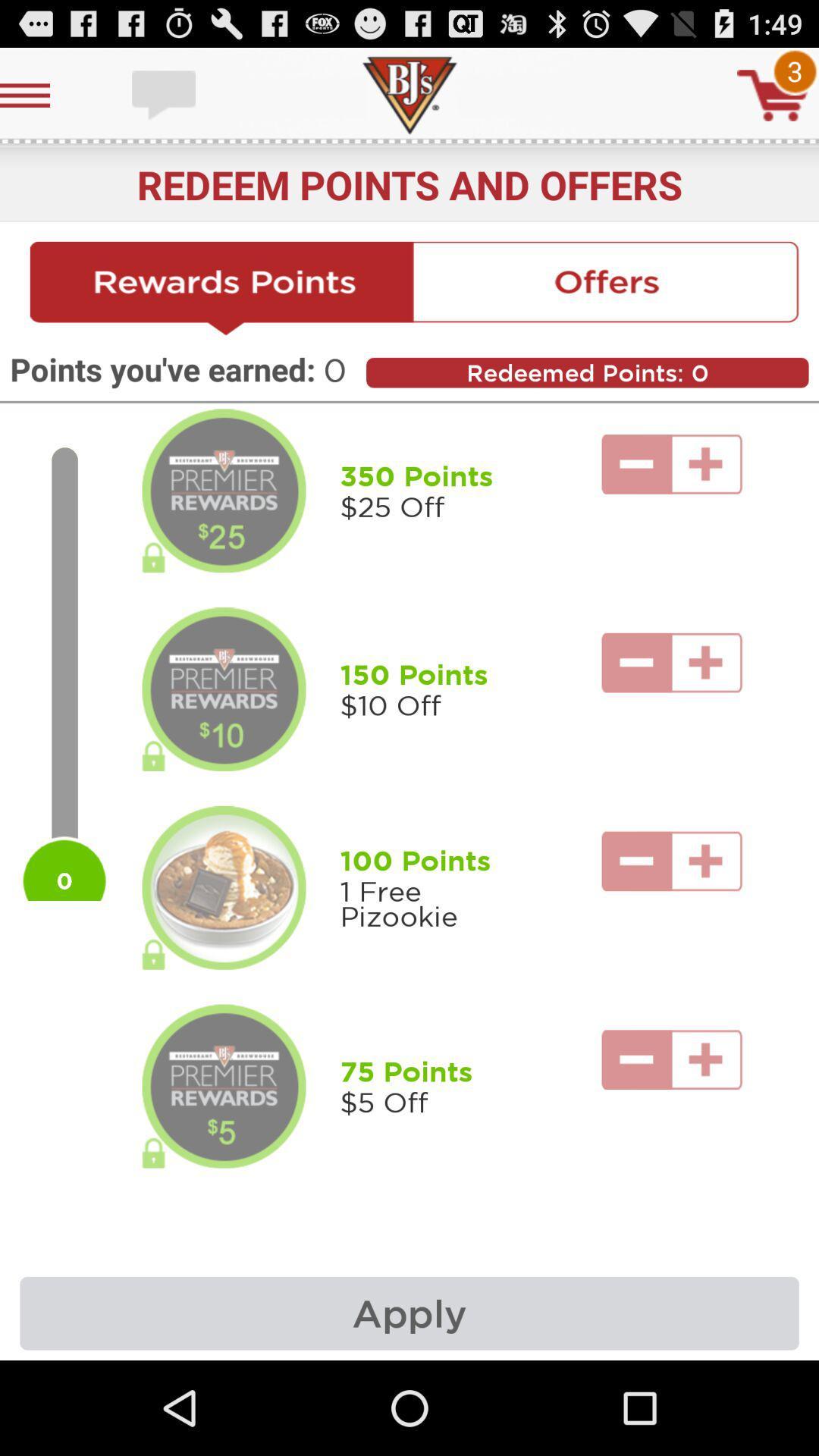  Describe the element at coordinates (224, 491) in the screenshot. I see `open details for reward` at that location.